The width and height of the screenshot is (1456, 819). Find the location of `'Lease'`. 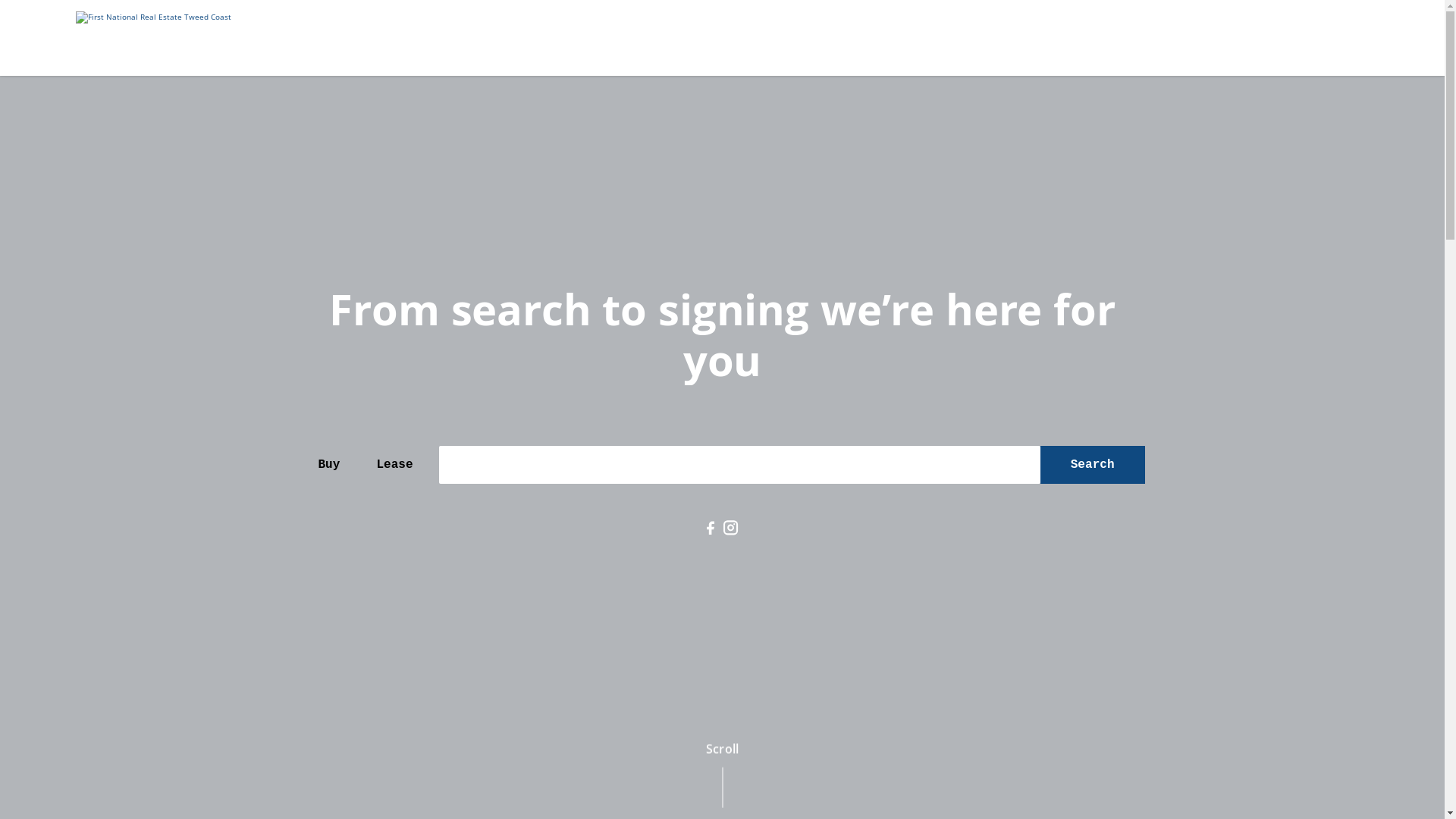

'Lease' is located at coordinates (394, 464).